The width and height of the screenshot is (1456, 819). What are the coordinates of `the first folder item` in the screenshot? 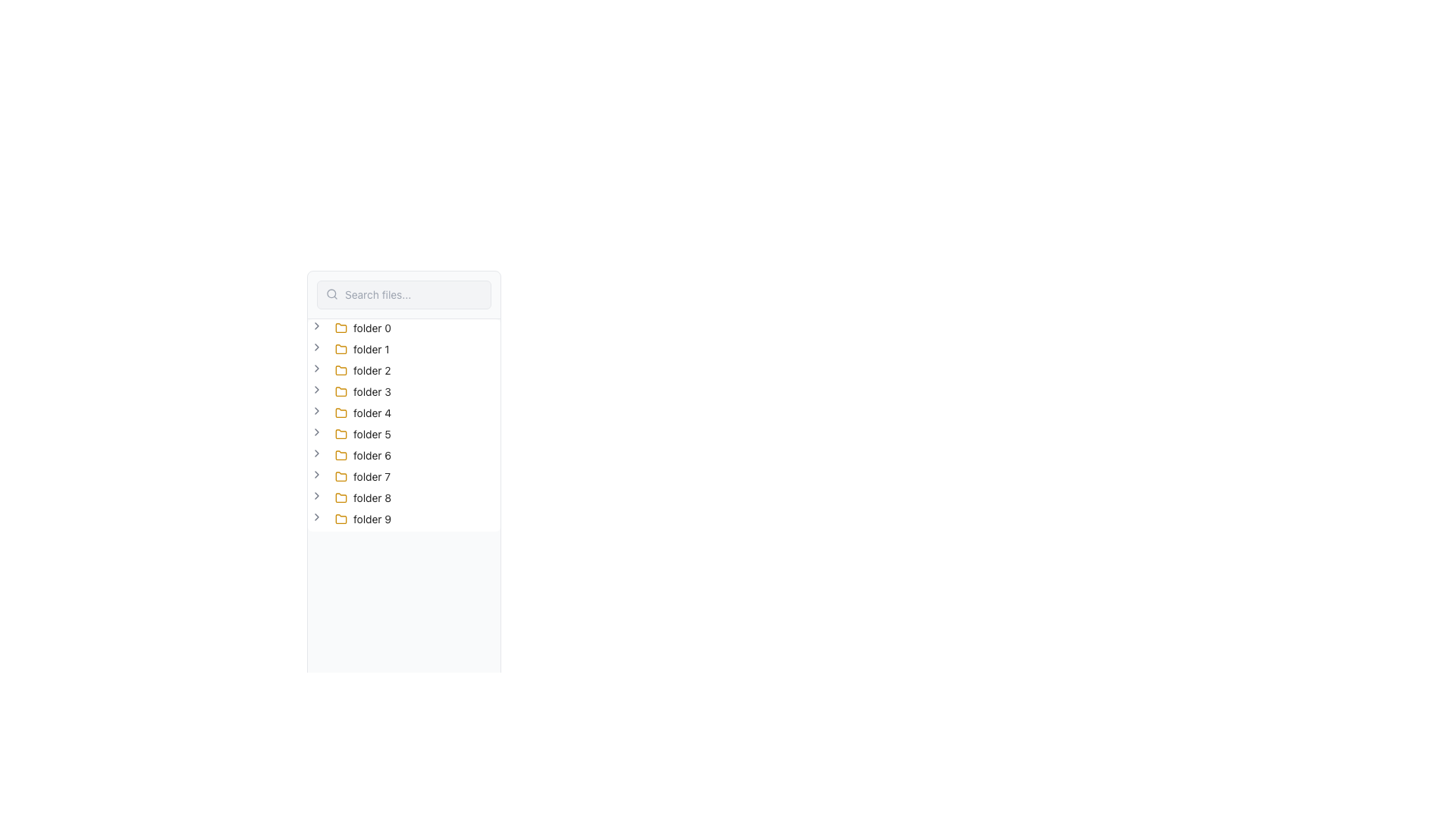 It's located at (362, 327).